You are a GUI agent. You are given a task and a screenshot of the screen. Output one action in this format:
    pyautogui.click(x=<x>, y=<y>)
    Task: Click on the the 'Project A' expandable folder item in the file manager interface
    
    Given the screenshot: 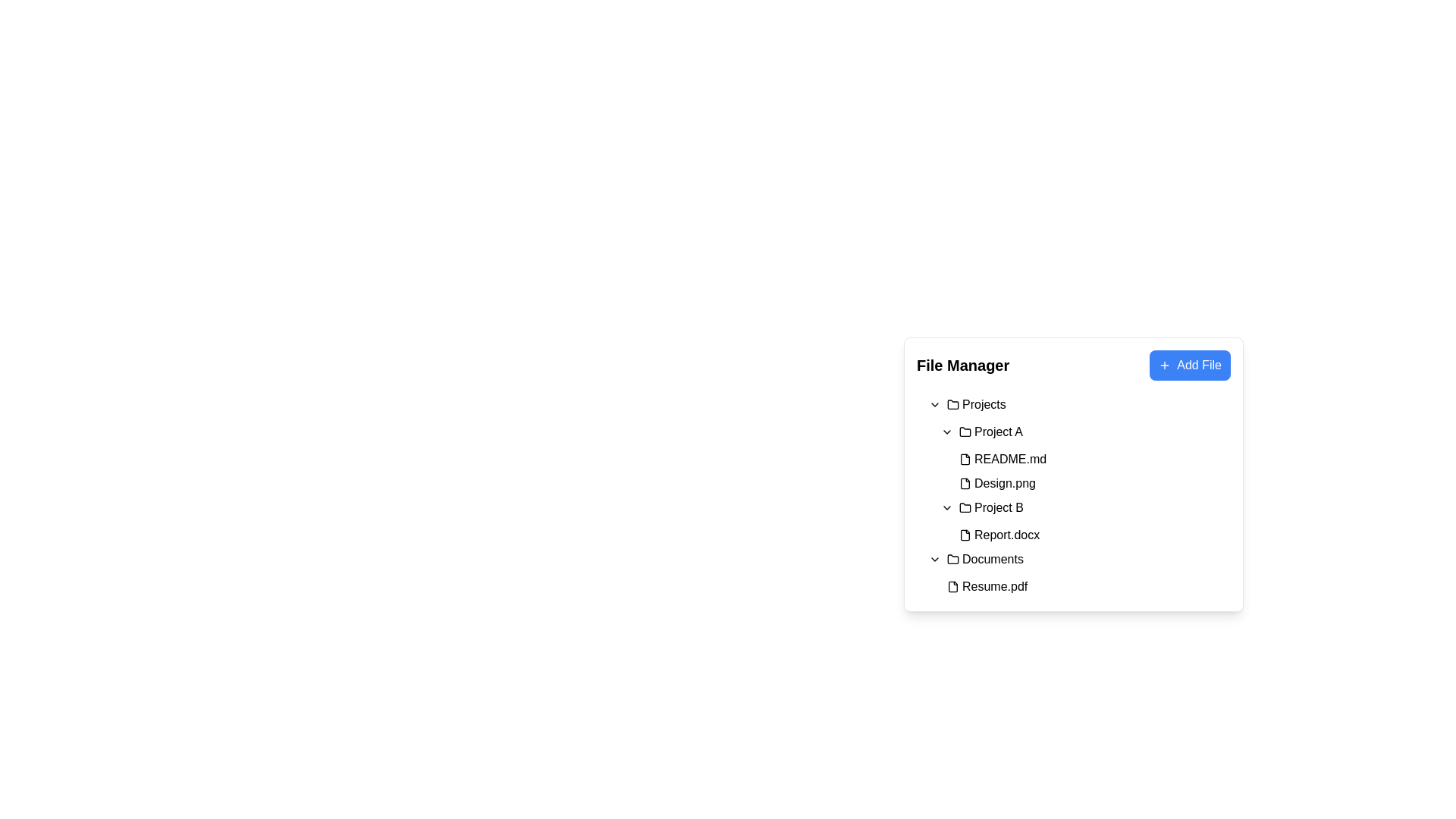 What is the action you would take?
    pyautogui.click(x=1084, y=432)
    